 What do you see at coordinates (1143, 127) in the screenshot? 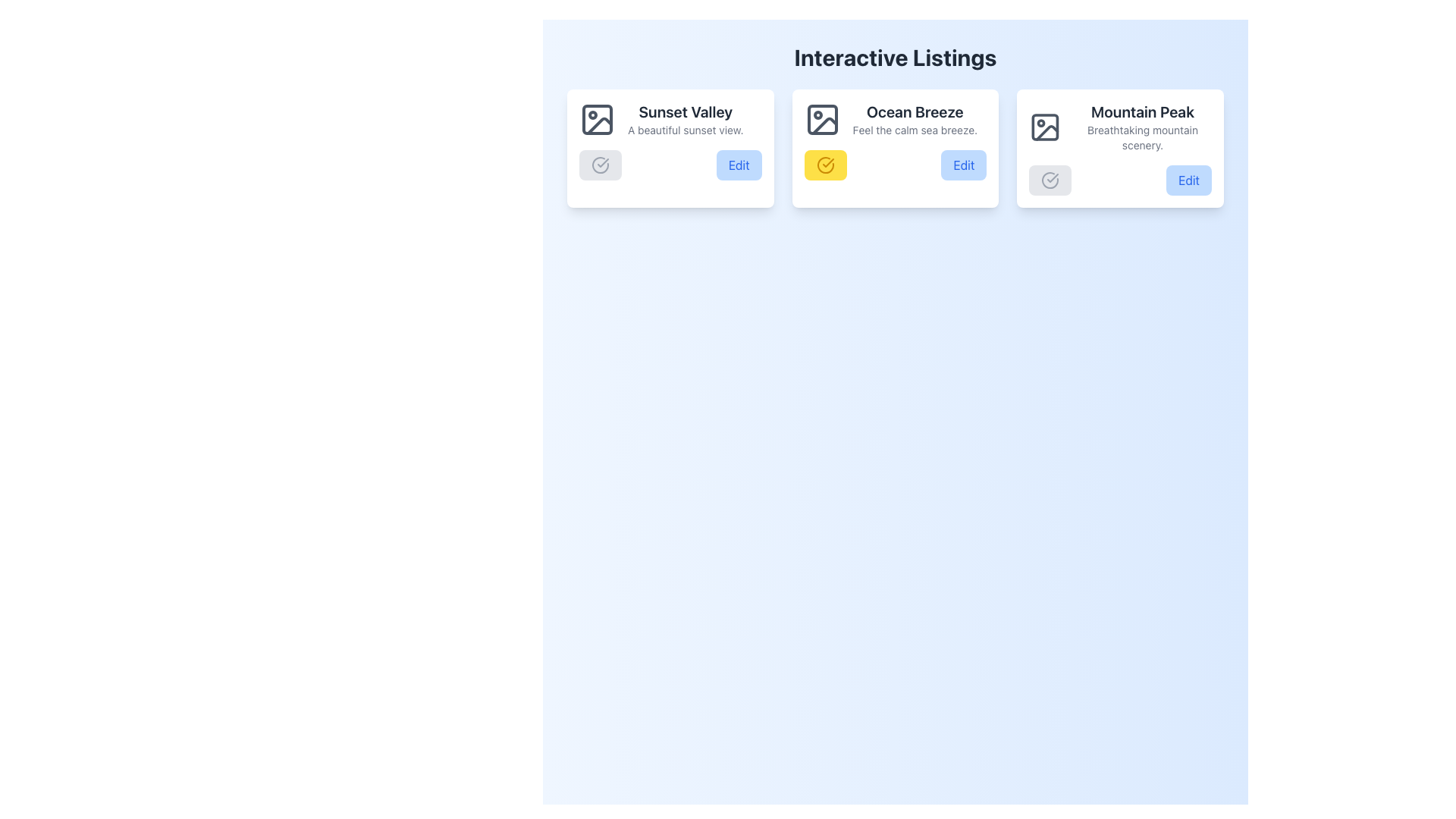
I see `the text block titled 'Mountain Peak', which is located in the upper portion of the rightmost card in the 'Interactive Listings' section` at bounding box center [1143, 127].